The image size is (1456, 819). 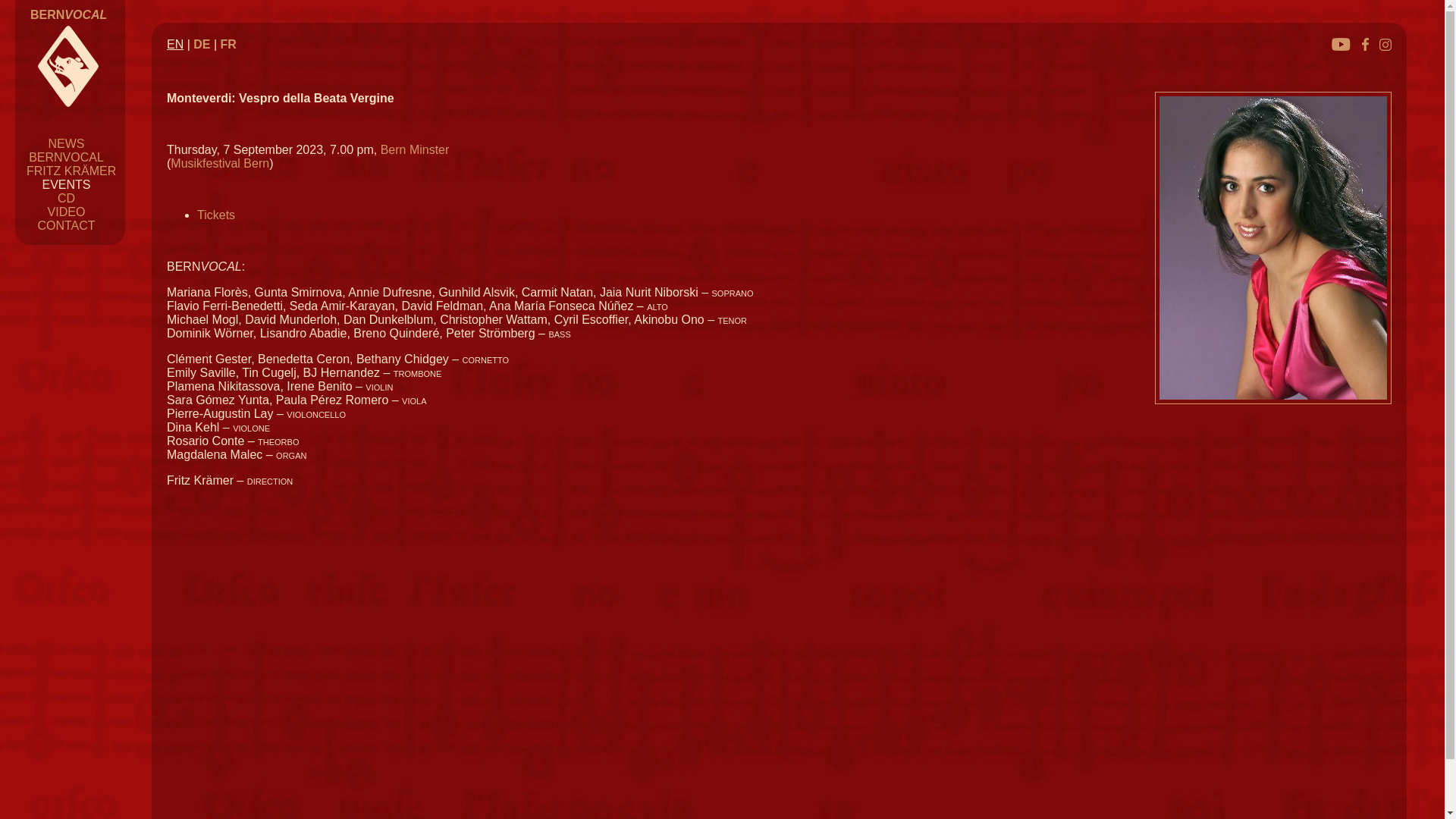 I want to click on 'FR', so click(x=227, y=43).